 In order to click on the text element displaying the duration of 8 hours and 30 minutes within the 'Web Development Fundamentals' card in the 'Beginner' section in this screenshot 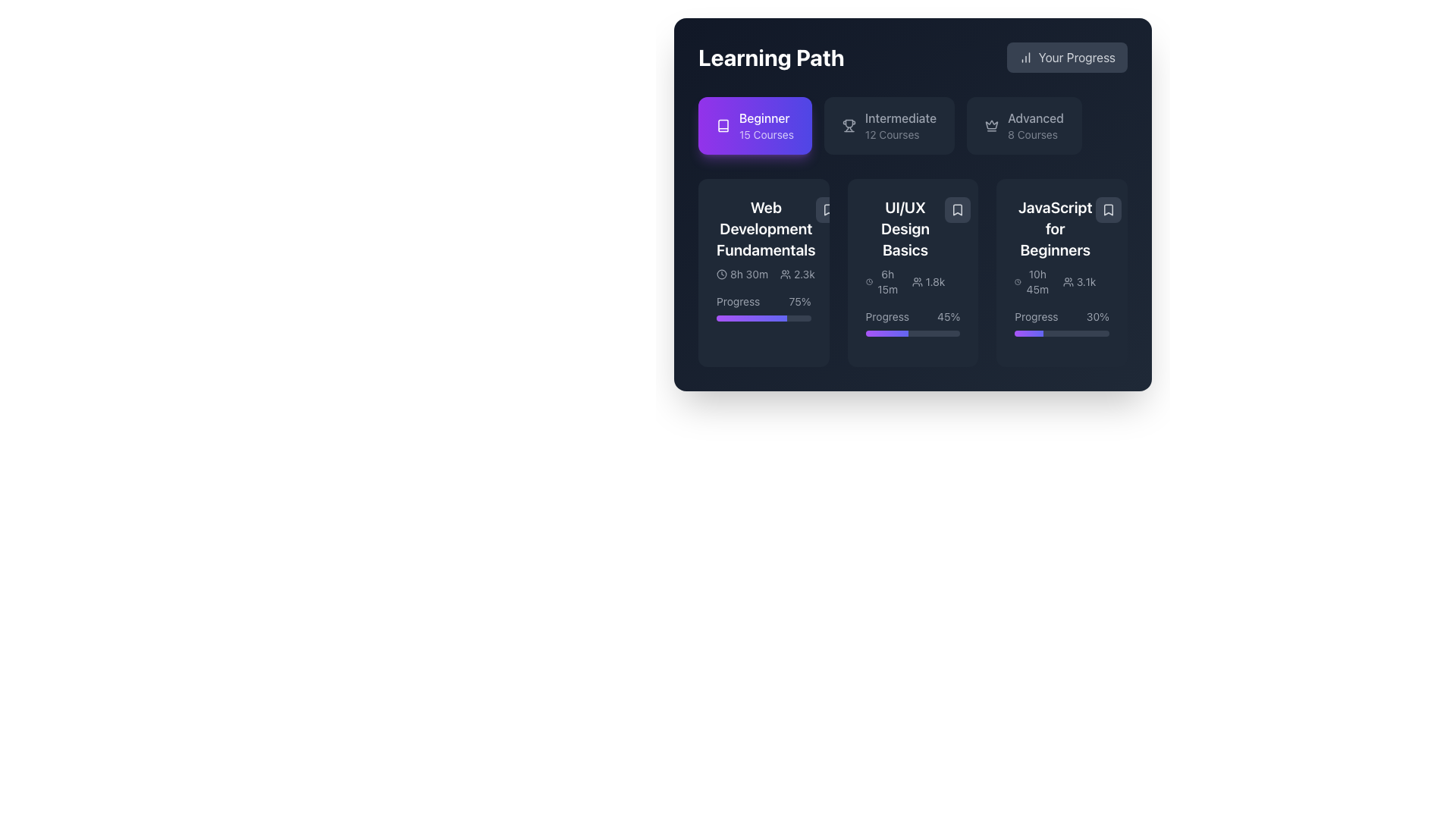, I will do `click(742, 275)`.